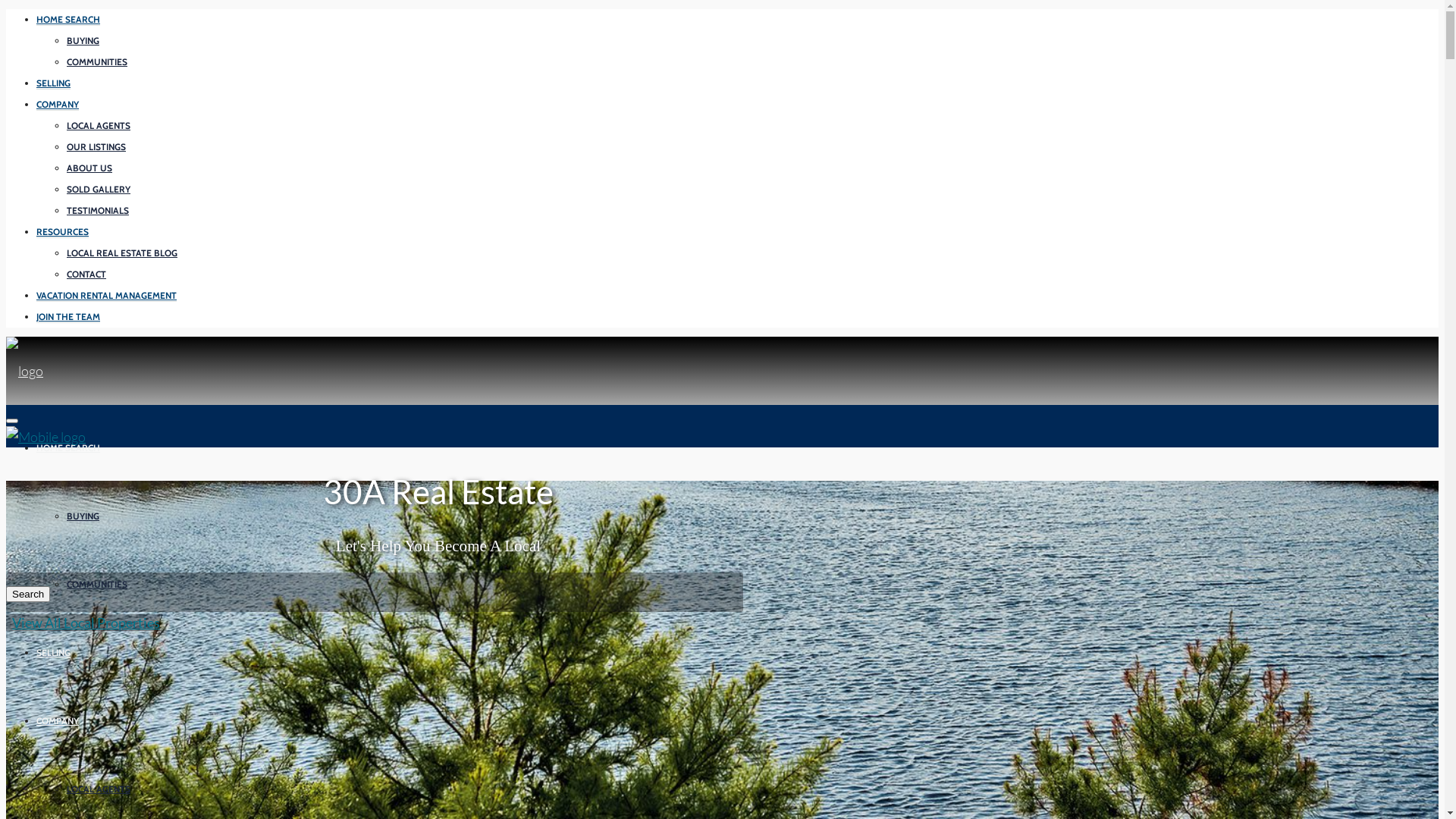  Describe the element at coordinates (97, 124) in the screenshot. I see `'LOCAL AGENTS'` at that location.